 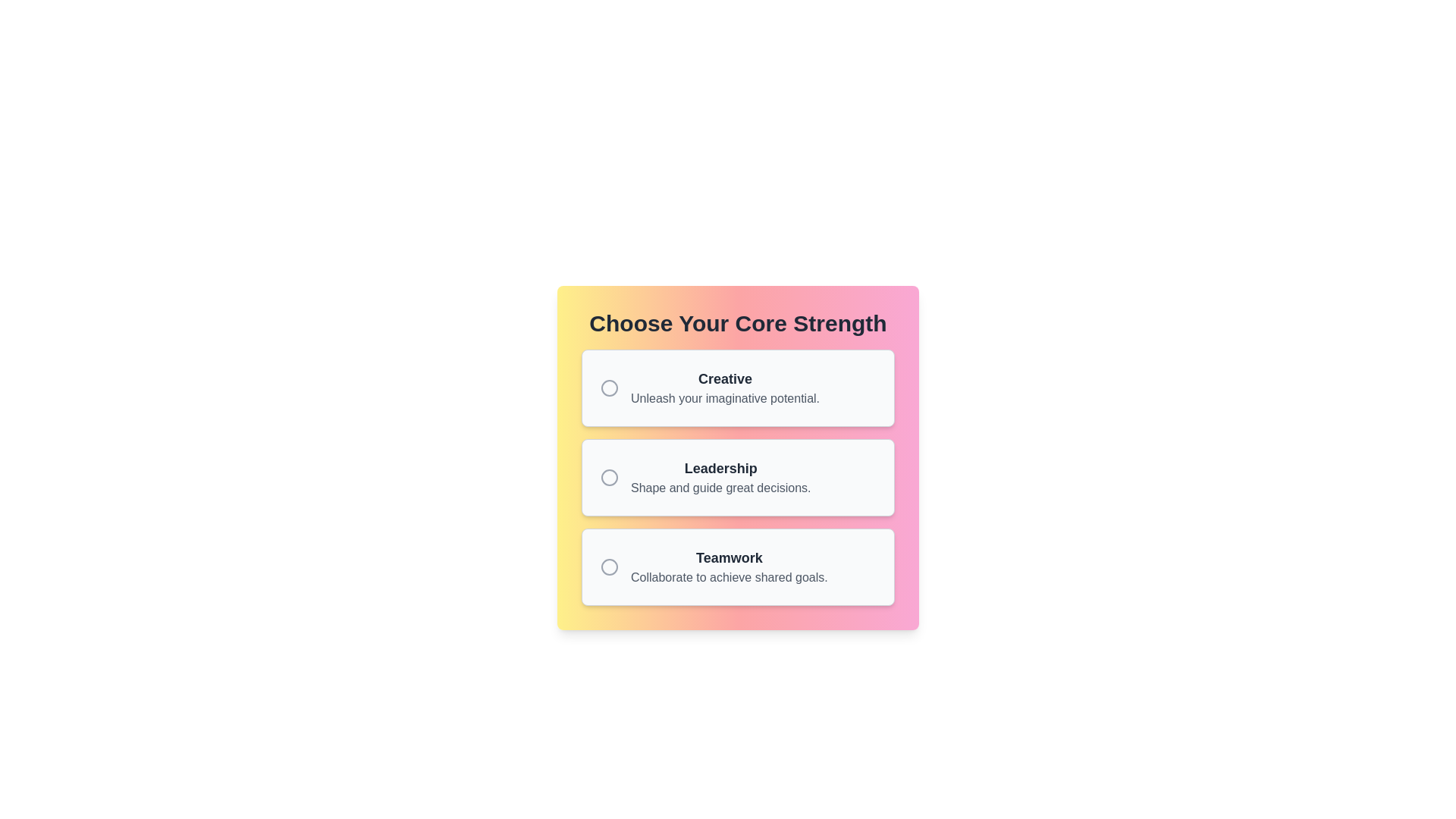 I want to click on the radio button (circle indicator) inside the 'Teamwork' option box, so click(x=610, y=567).